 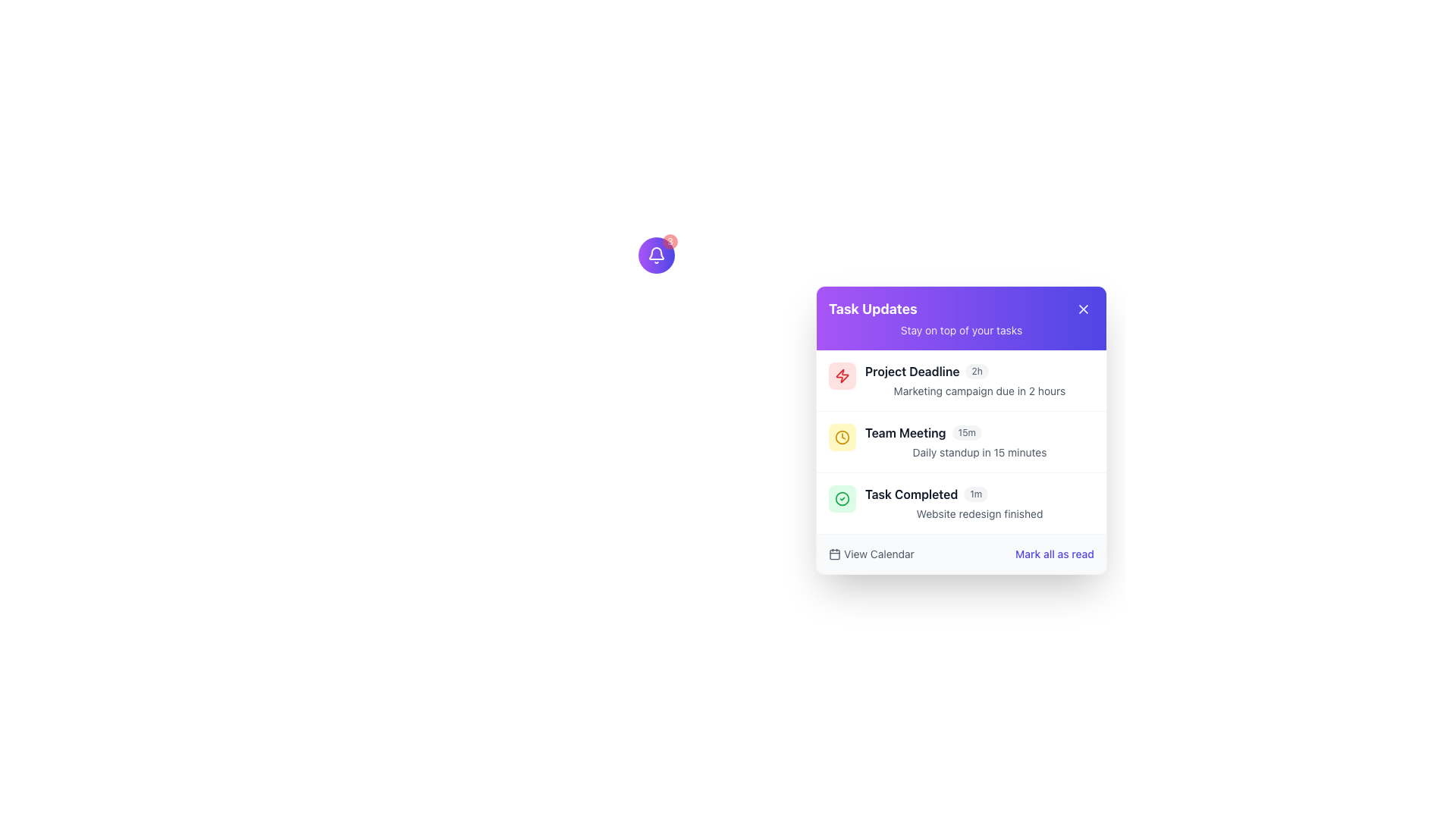 I want to click on text of the List item titled 'Project Deadline' with badge '2h' and description 'Marketing campaign due in 2 hours', so click(x=979, y=379).